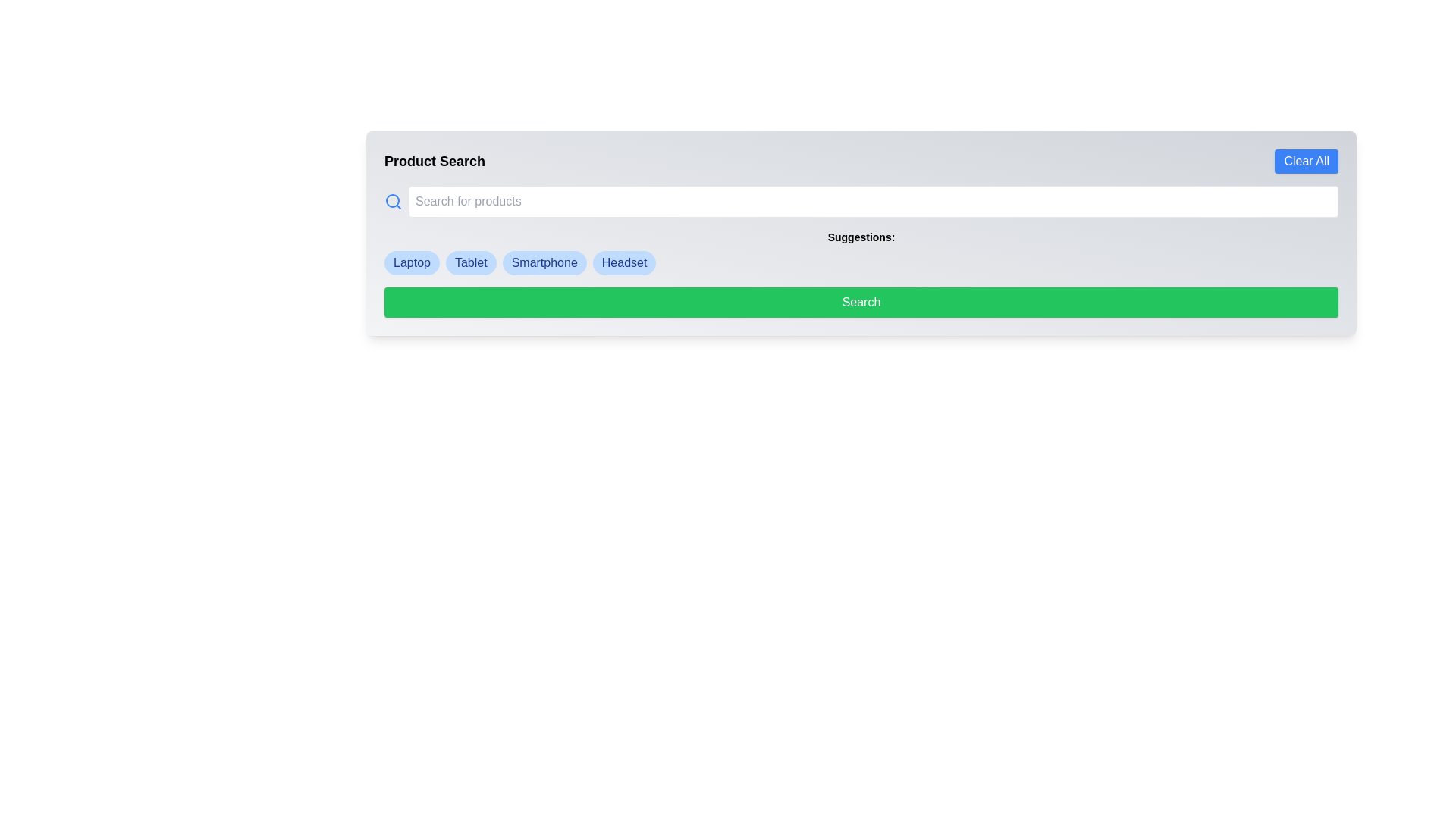 Image resolution: width=1456 pixels, height=819 pixels. I want to click on the 'Laptop' category button, which is a pill-shaped button with a light blue background and bold dark blue text, positioned leftmost in a row of similar buttons, so click(412, 262).